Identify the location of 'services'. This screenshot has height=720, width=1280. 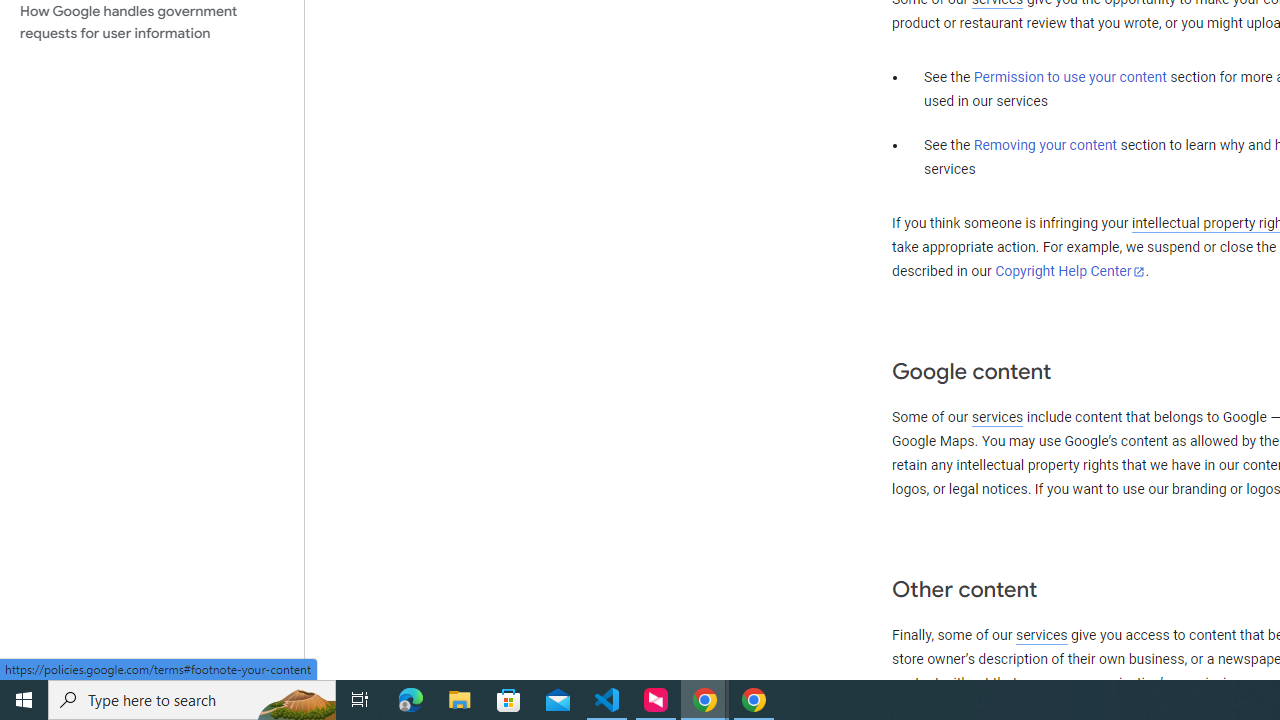
(1040, 635).